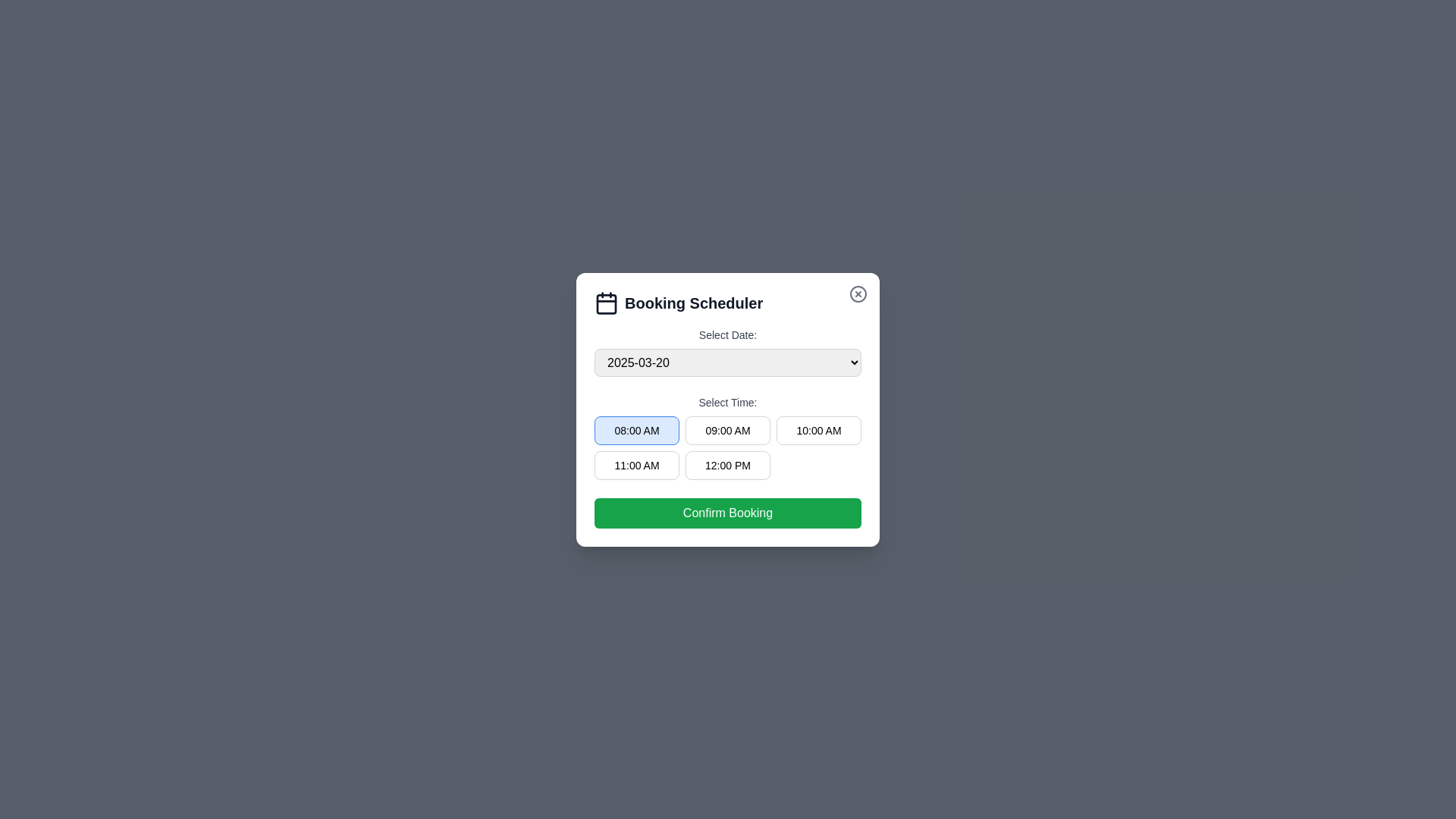 This screenshot has width=1456, height=819. Describe the element at coordinates (728, 447) in the screenshot. I see `the '09:00 AM' time selection button located below the 'Select Time:' label, which is the second button` at that location.